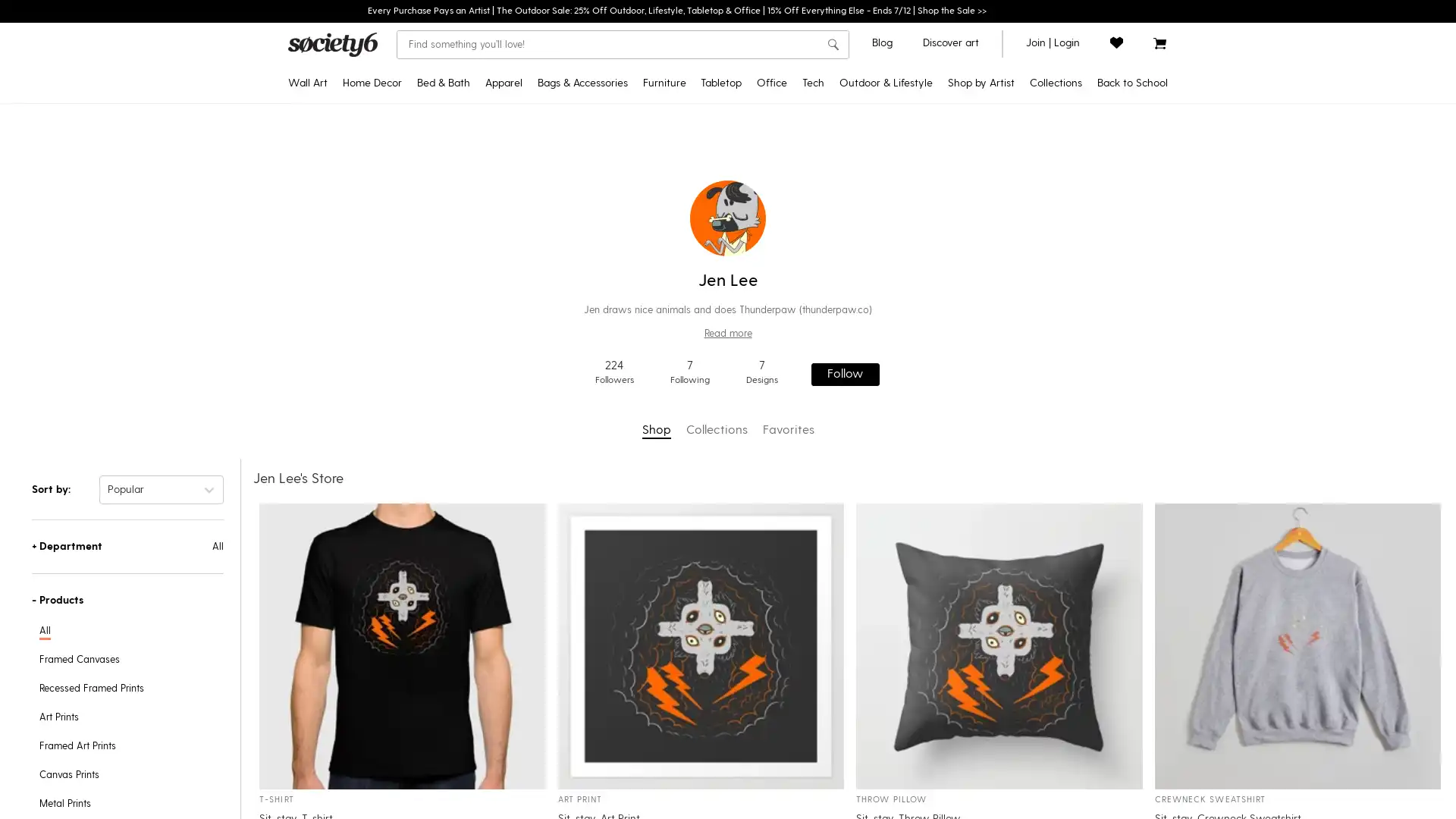 The width and height of the screenshot is (1456, 819). What do you see at coordinates (999, 268) in the screenshot?
I see `Inspired by Matisse` at bounding box center [999, 268].